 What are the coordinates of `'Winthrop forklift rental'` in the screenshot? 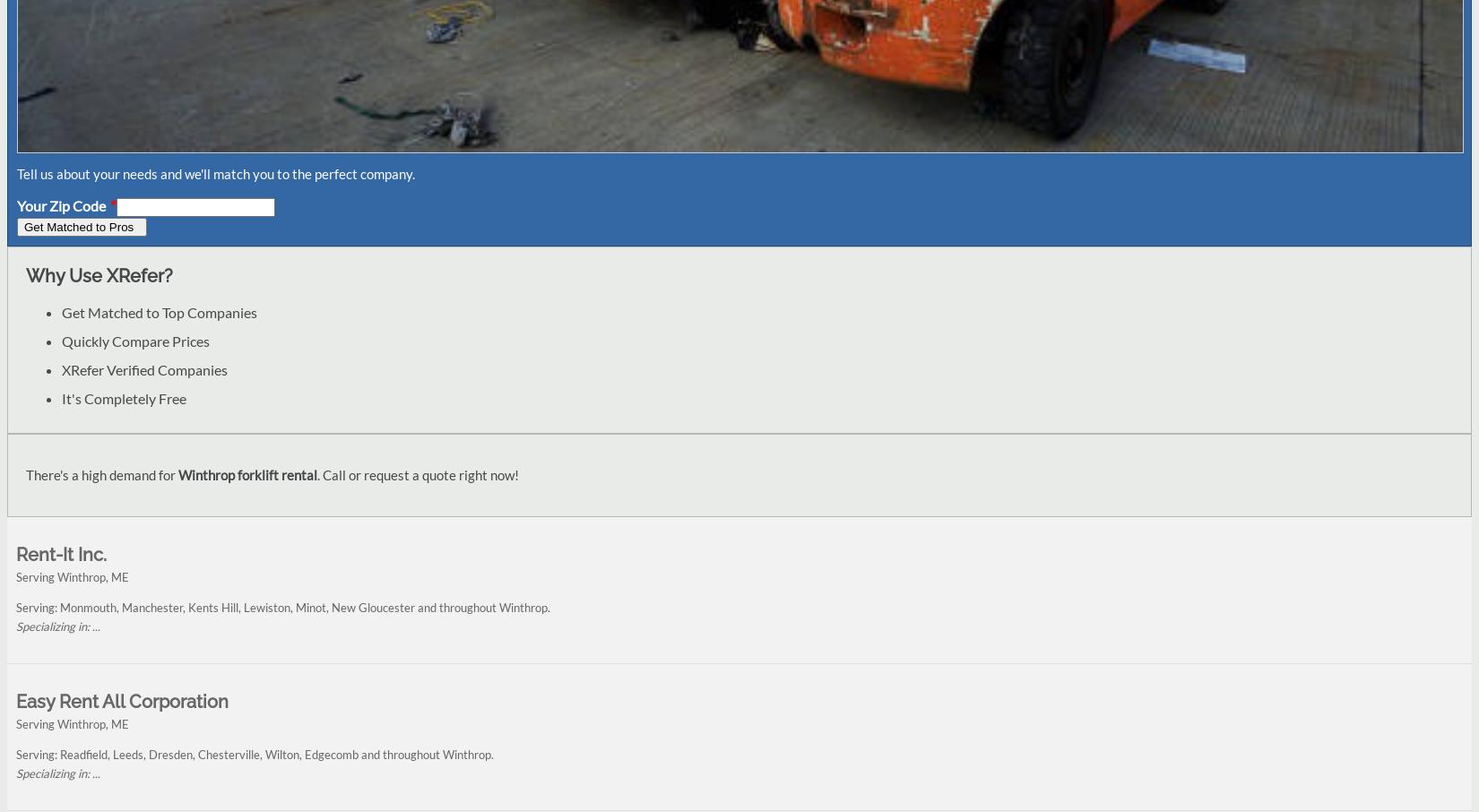 It's located at (247, 475).